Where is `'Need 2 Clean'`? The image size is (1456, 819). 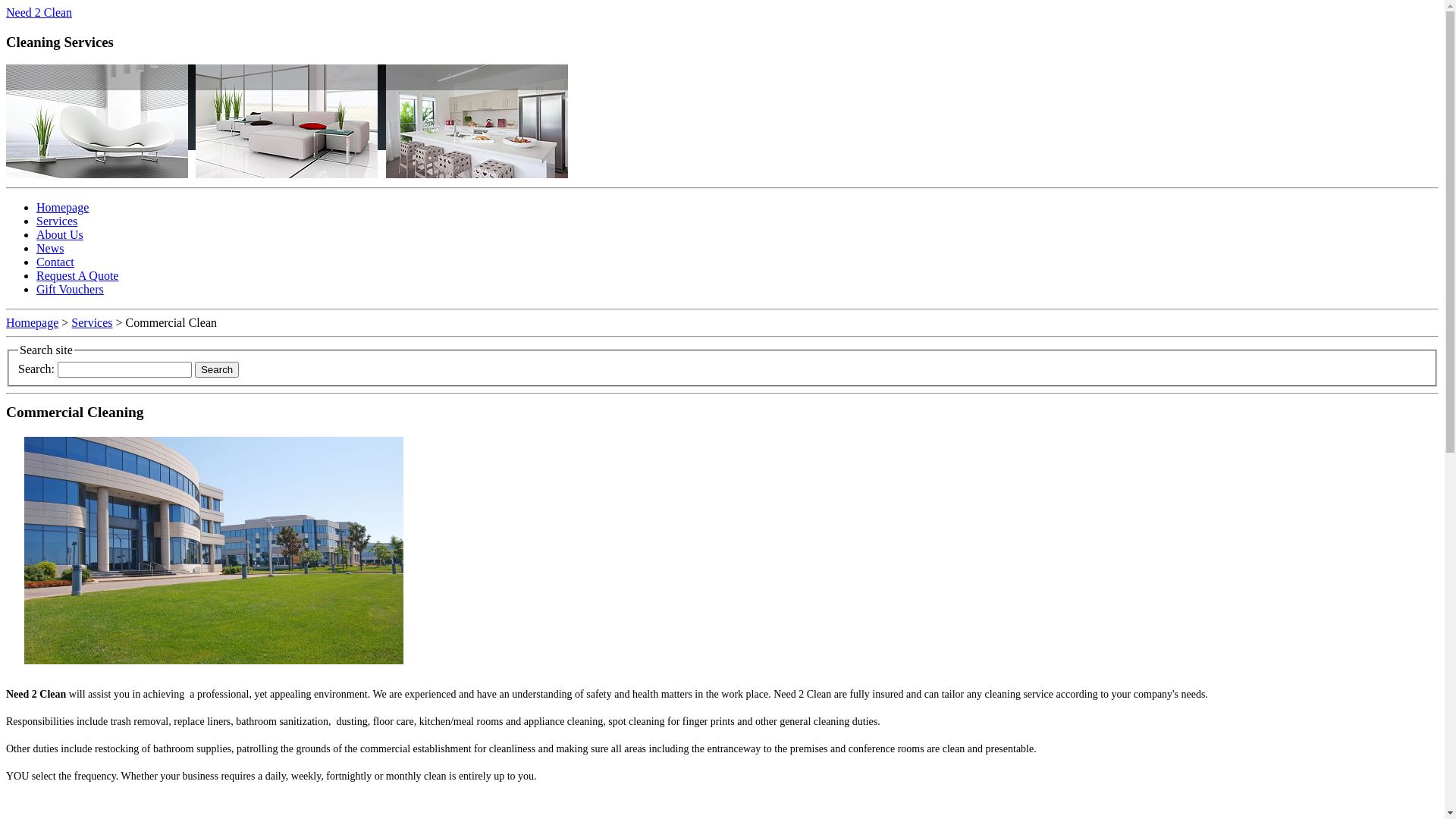
'Need 2 Clean' is located at coordinates (39, 12).